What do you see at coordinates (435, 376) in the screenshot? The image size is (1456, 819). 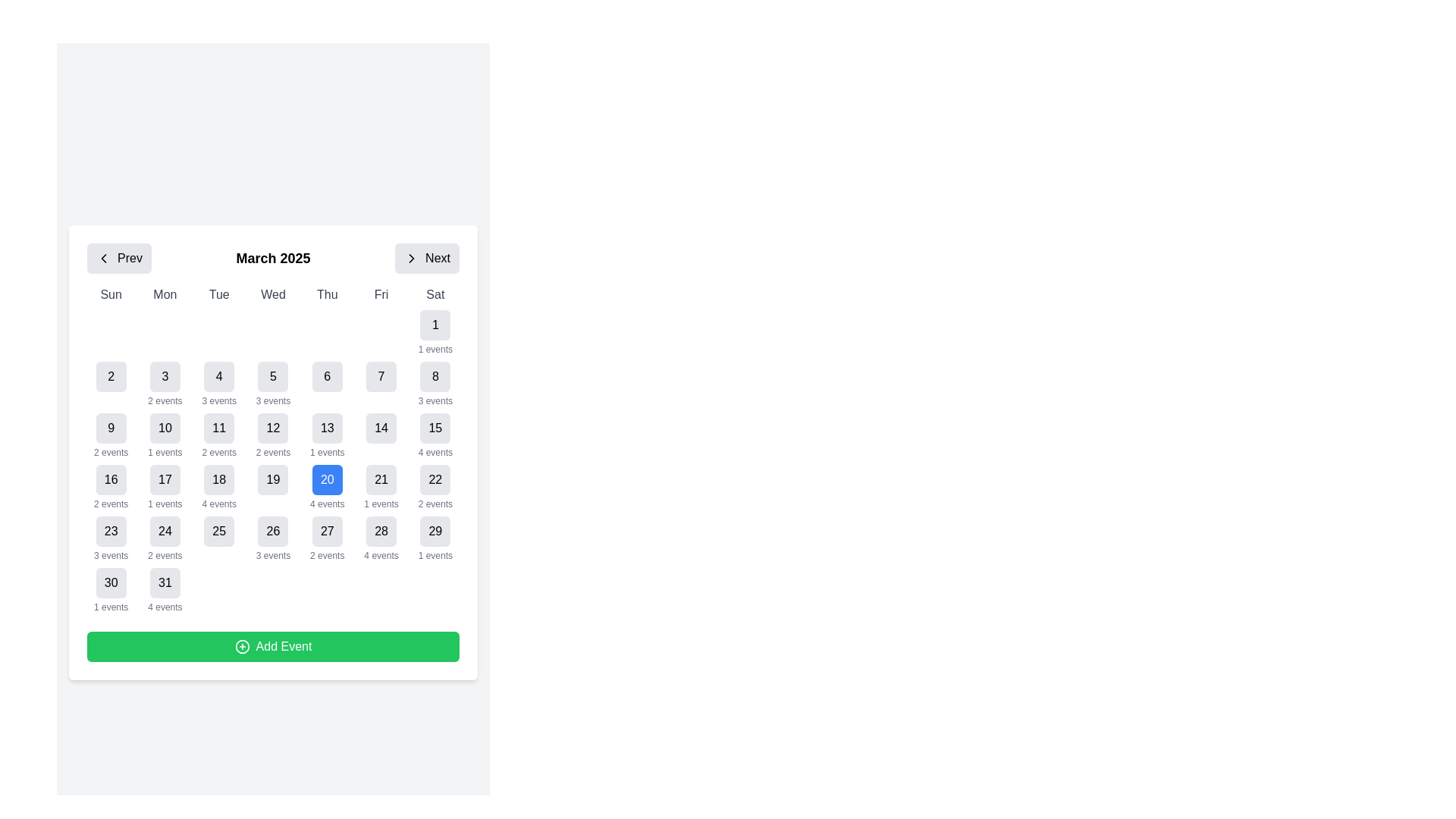 I see `the rounded square button containing the number '8'` at bounding box center [435, 376].